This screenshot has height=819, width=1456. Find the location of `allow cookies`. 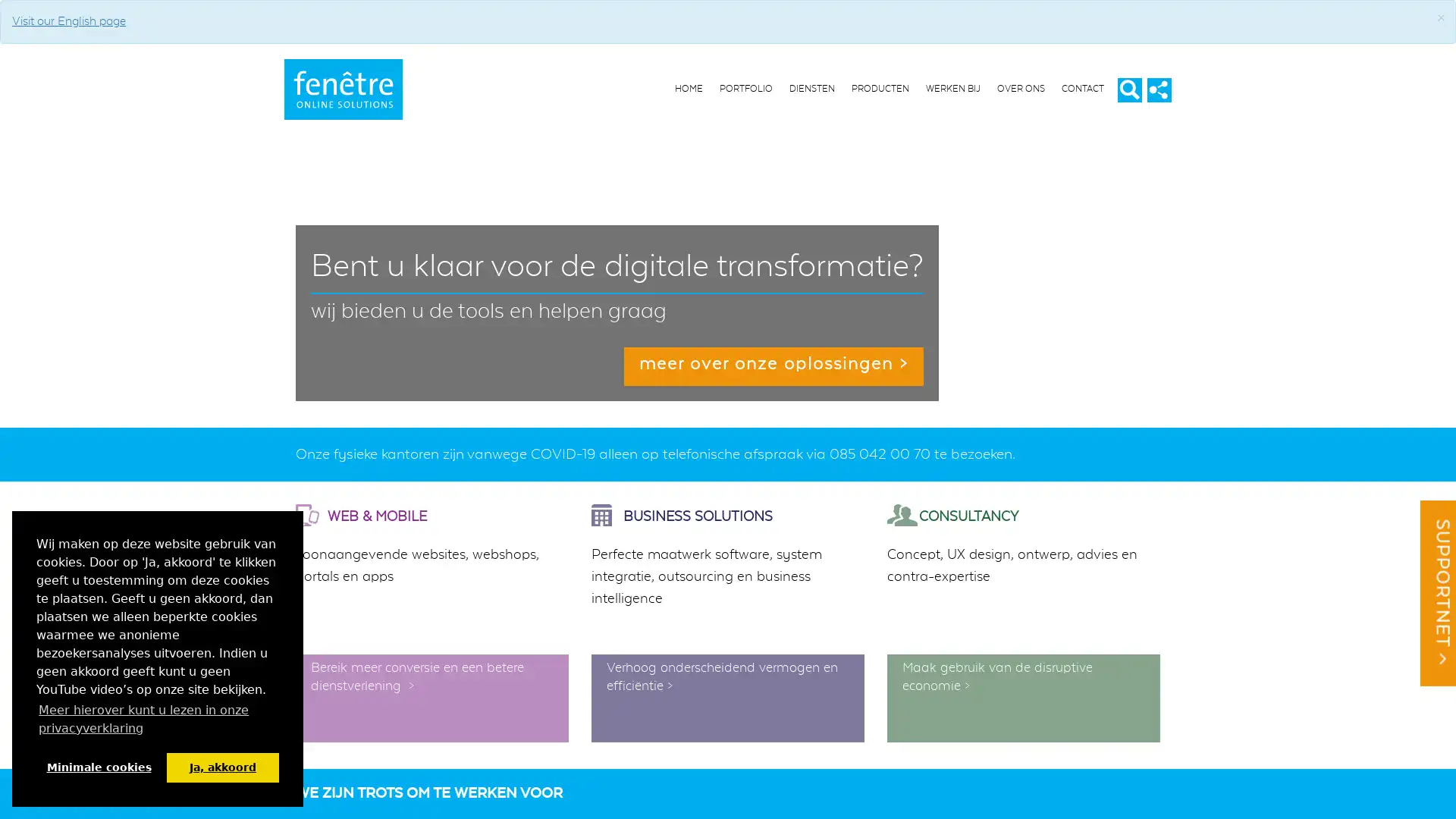

allow cookies is located at coordinates (221, 767).